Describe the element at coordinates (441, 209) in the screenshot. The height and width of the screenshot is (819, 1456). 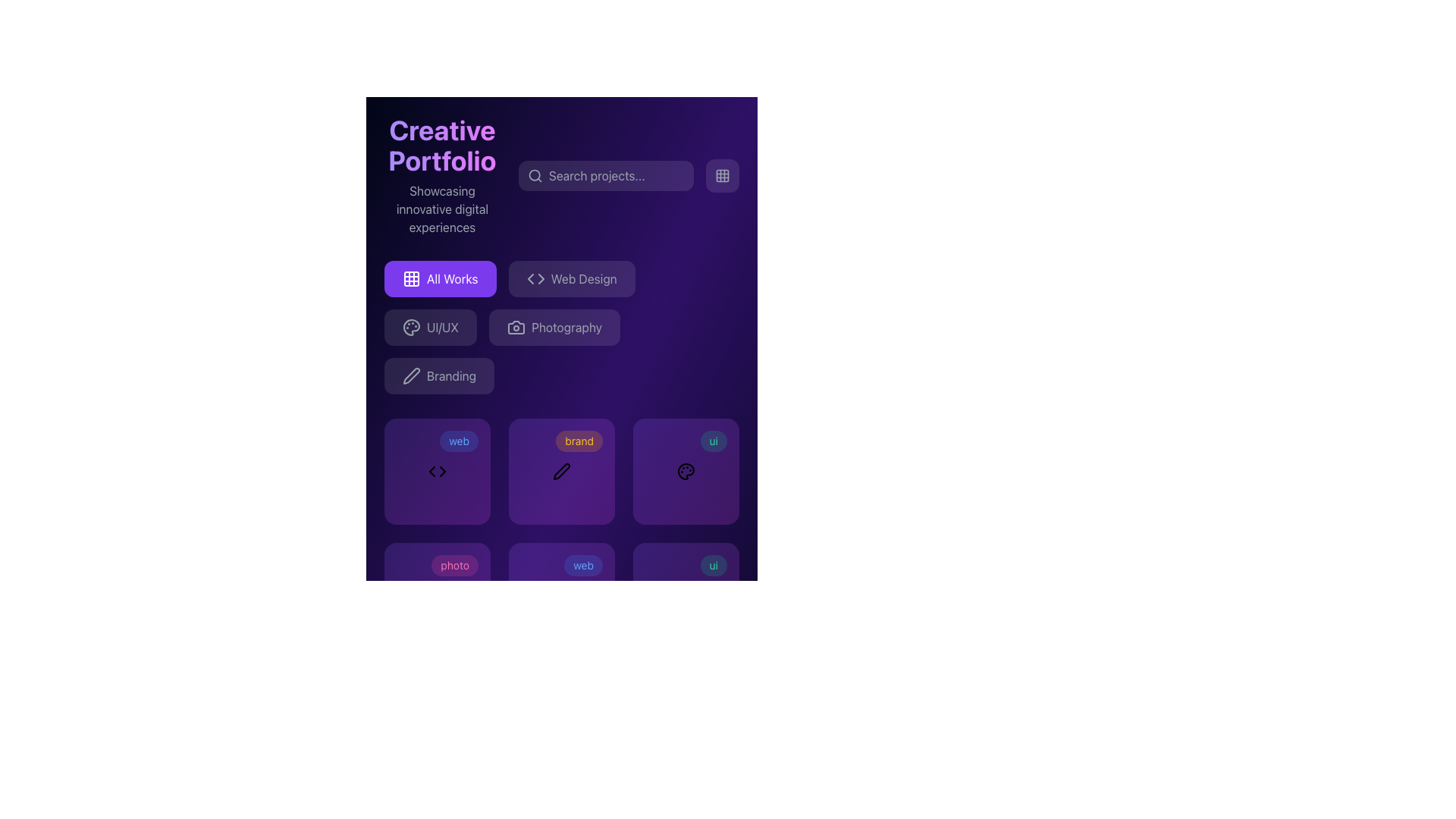
I see `descriptive subheading located directly beneath the main title 'Creative Portfolio' in the top-left region of the interface` at that location.